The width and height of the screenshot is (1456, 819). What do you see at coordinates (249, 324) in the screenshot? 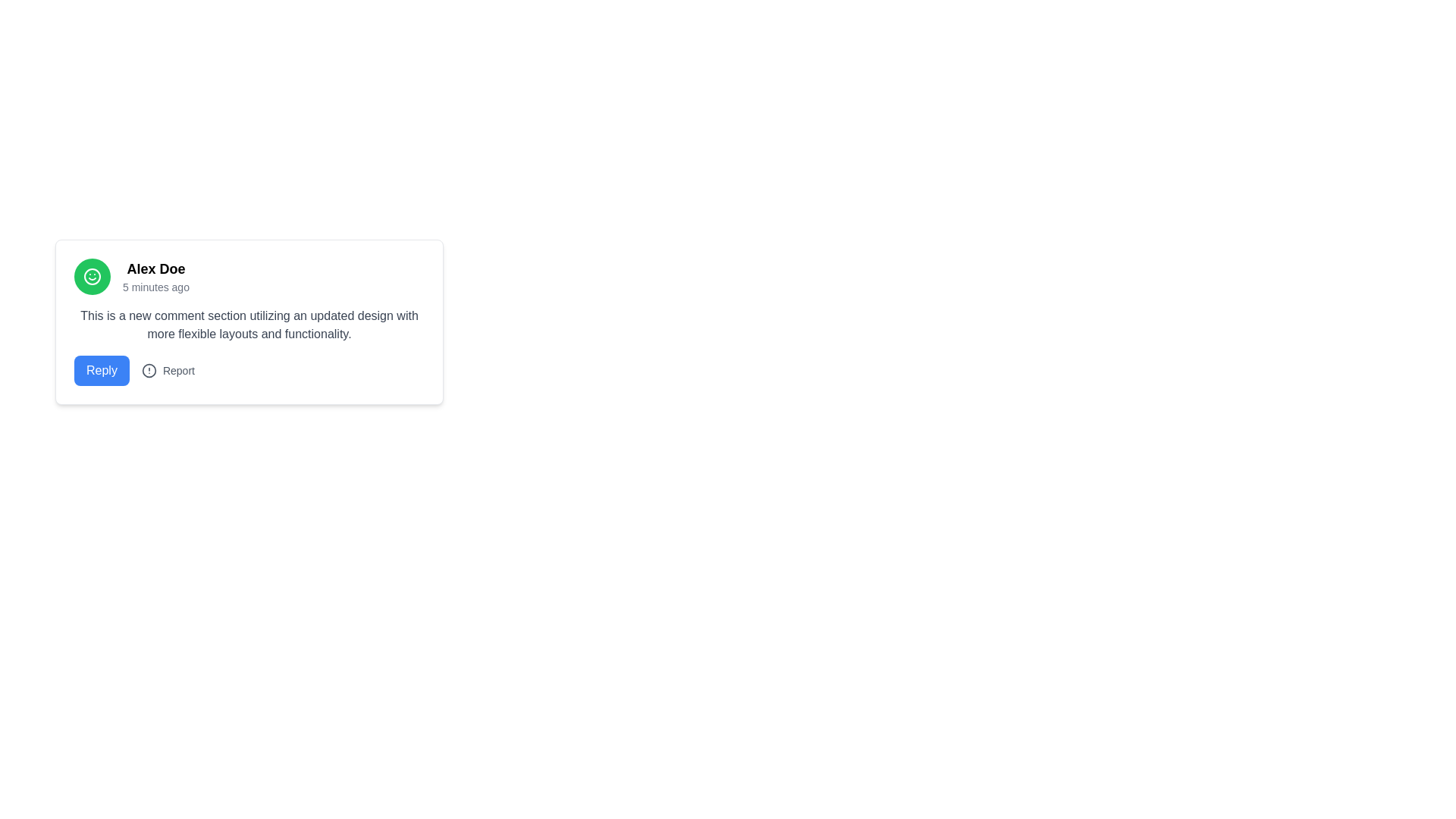
I see `text block styled with gray color and serif font, located in the middle segment of the comment card, below the user's name 'Alex Doe' and timestamp '5 minutes ago', and above the action buttons 'Reply' and 'Report'` at bounding box center [249, 324].